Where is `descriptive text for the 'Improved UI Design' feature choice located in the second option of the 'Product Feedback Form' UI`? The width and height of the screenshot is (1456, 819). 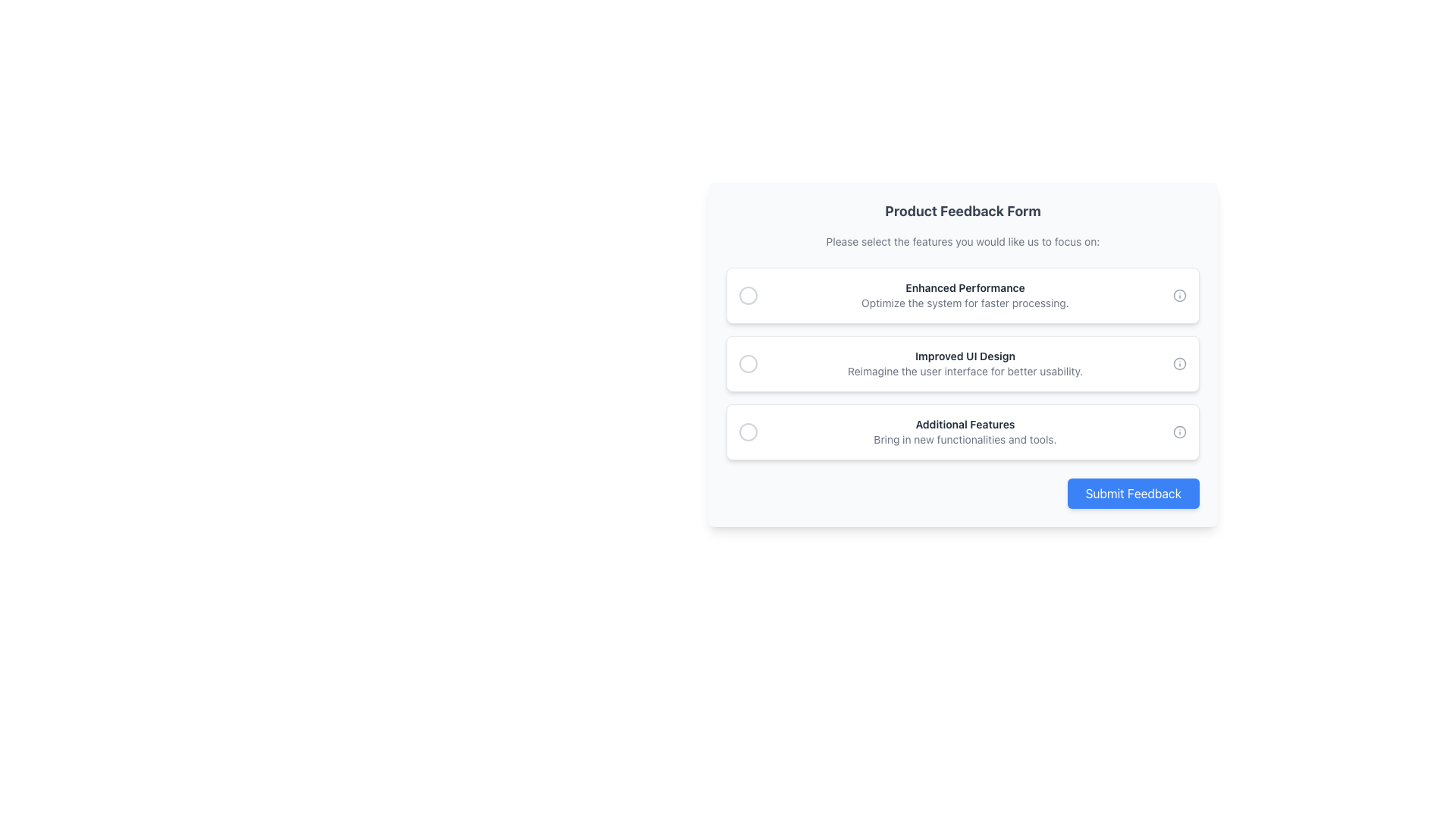
descriptive text for the 'Improved UI Design' feature choice located in the second option of the 'Product Feedback Form' UI is located at coordinates (964, 363).